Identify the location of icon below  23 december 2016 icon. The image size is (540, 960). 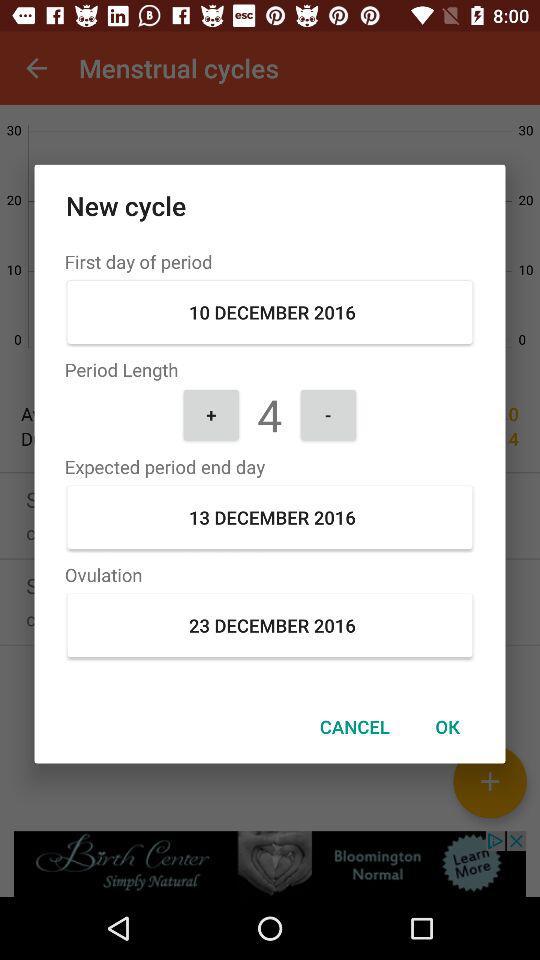
(353, 725).